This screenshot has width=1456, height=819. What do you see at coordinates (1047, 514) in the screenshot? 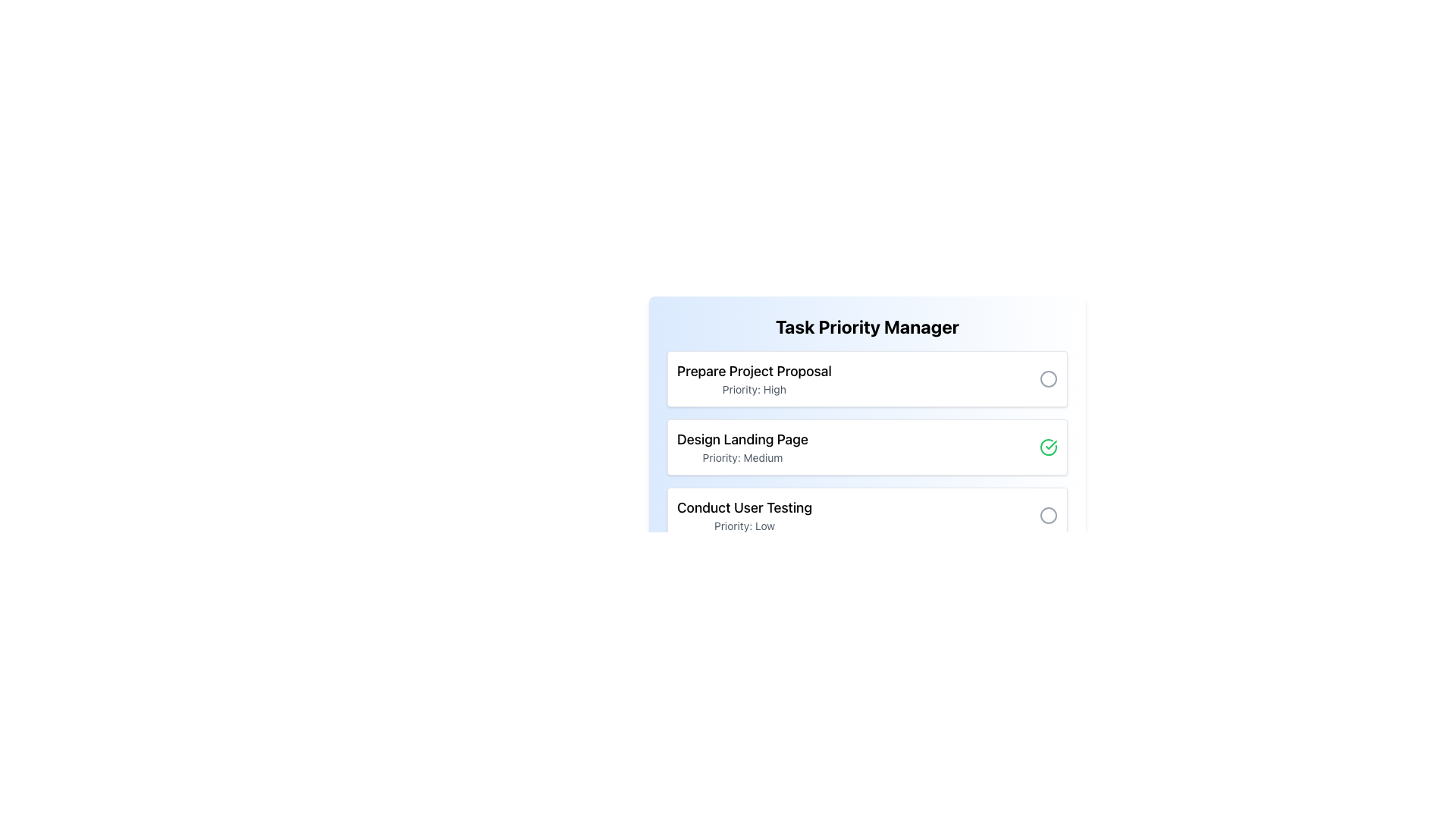
I see `the central circular graphical component within the SVG icon that is adjacent to the text 'Conduct User Testing'` at bounding box center [1047, 514].